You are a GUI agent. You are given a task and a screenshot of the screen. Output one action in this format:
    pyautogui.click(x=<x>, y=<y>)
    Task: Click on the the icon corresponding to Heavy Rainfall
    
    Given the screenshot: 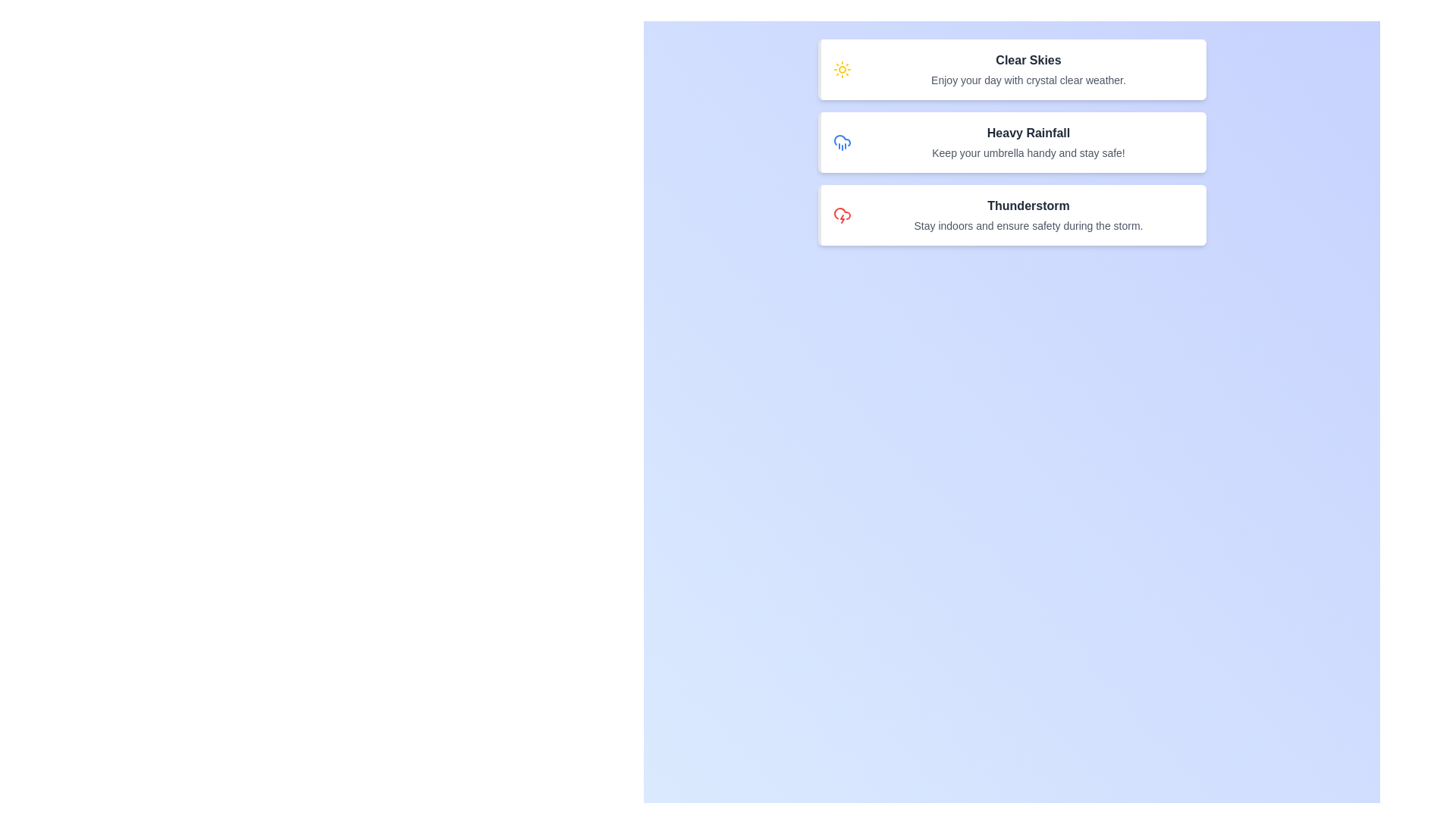 What is the action you would take?
    pyautogui.click(x=841, y=143)
    